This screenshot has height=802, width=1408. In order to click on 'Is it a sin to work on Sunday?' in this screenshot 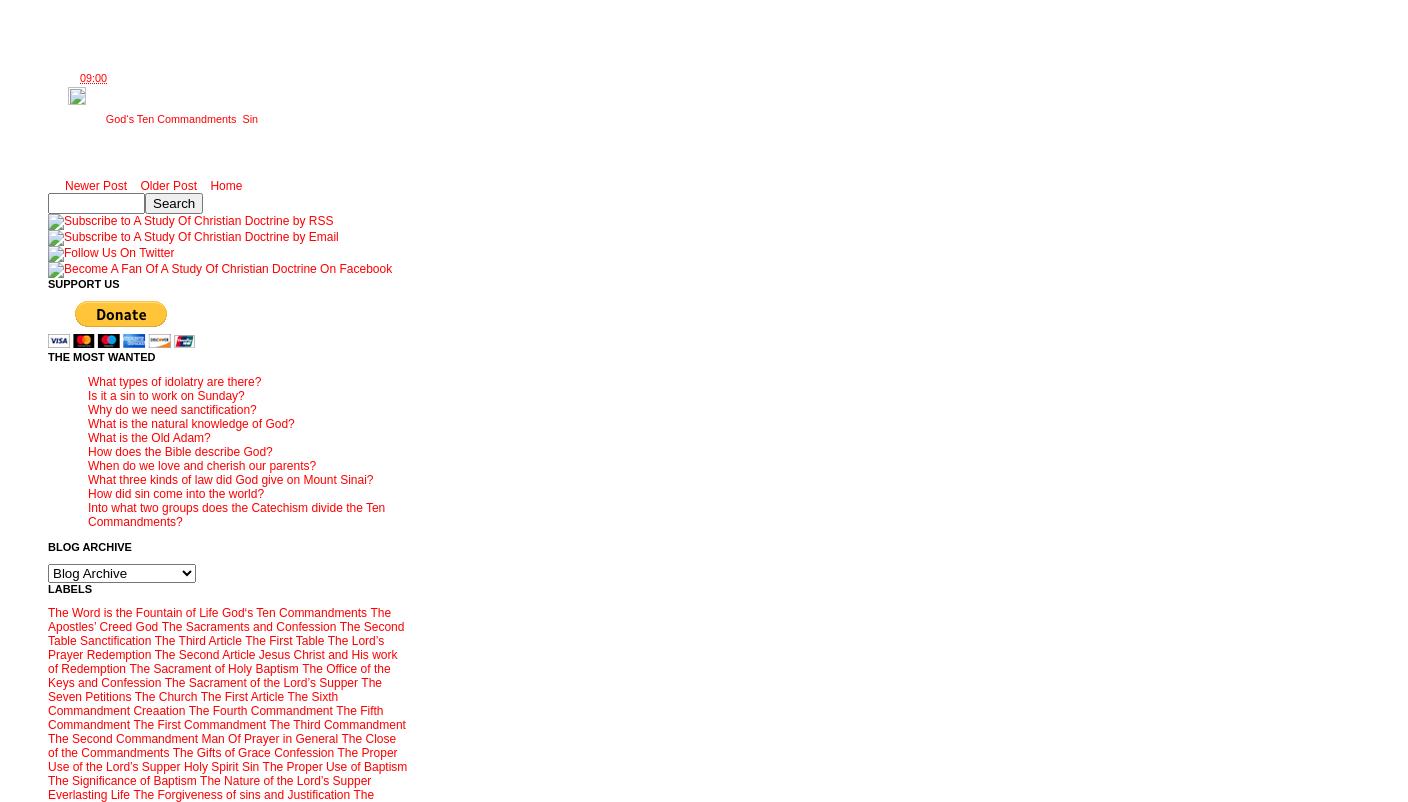, I will do `click(166, 395)`.